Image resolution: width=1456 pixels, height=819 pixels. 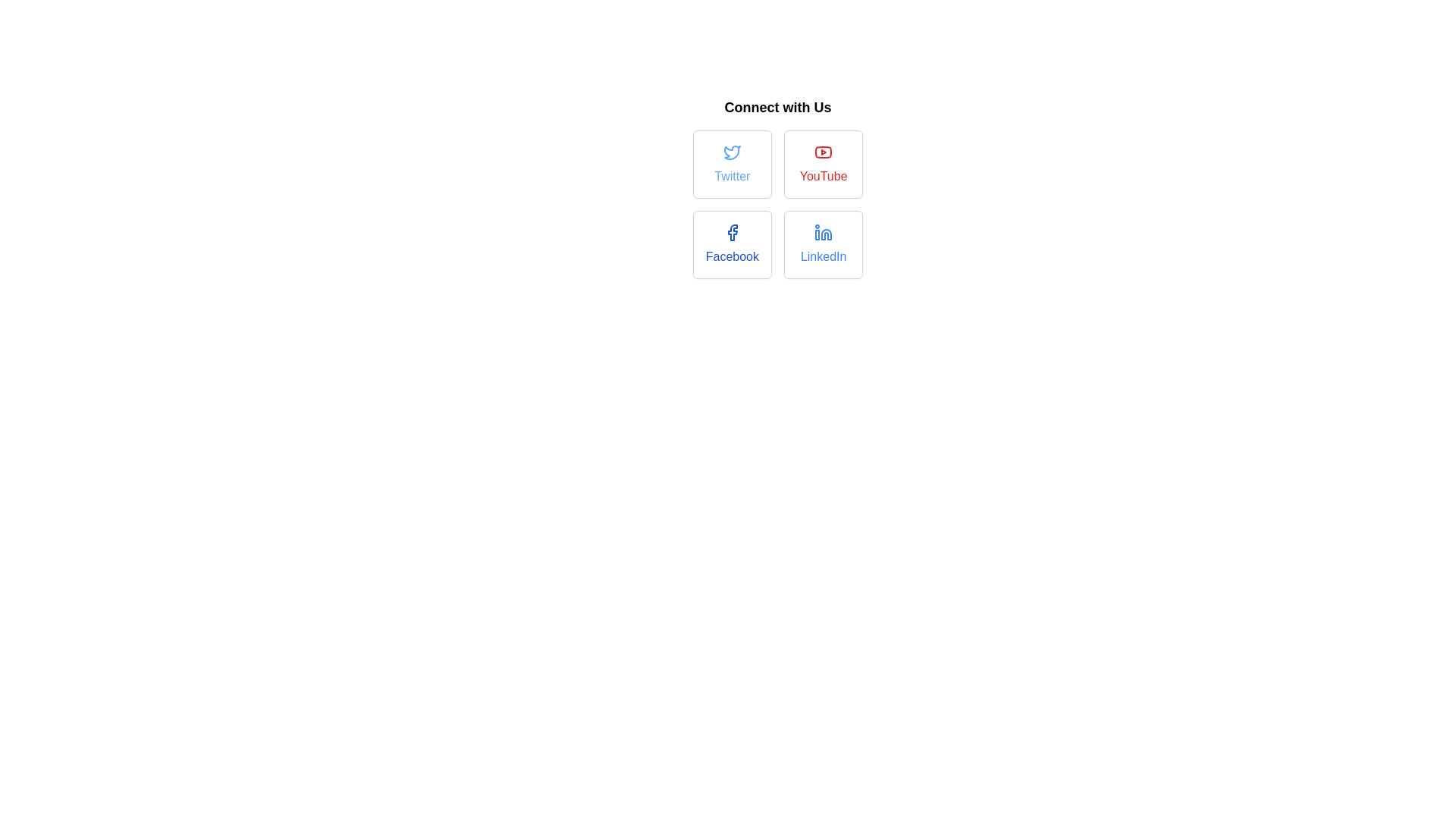 What do you see at coordinates (733, 233) in the screenshot?
I see `the Facebook icon located in the bottom-left side of the social media icons grid, specifically in the third position adjacent to the LinkedIn button` at bounding box center [733, 233].